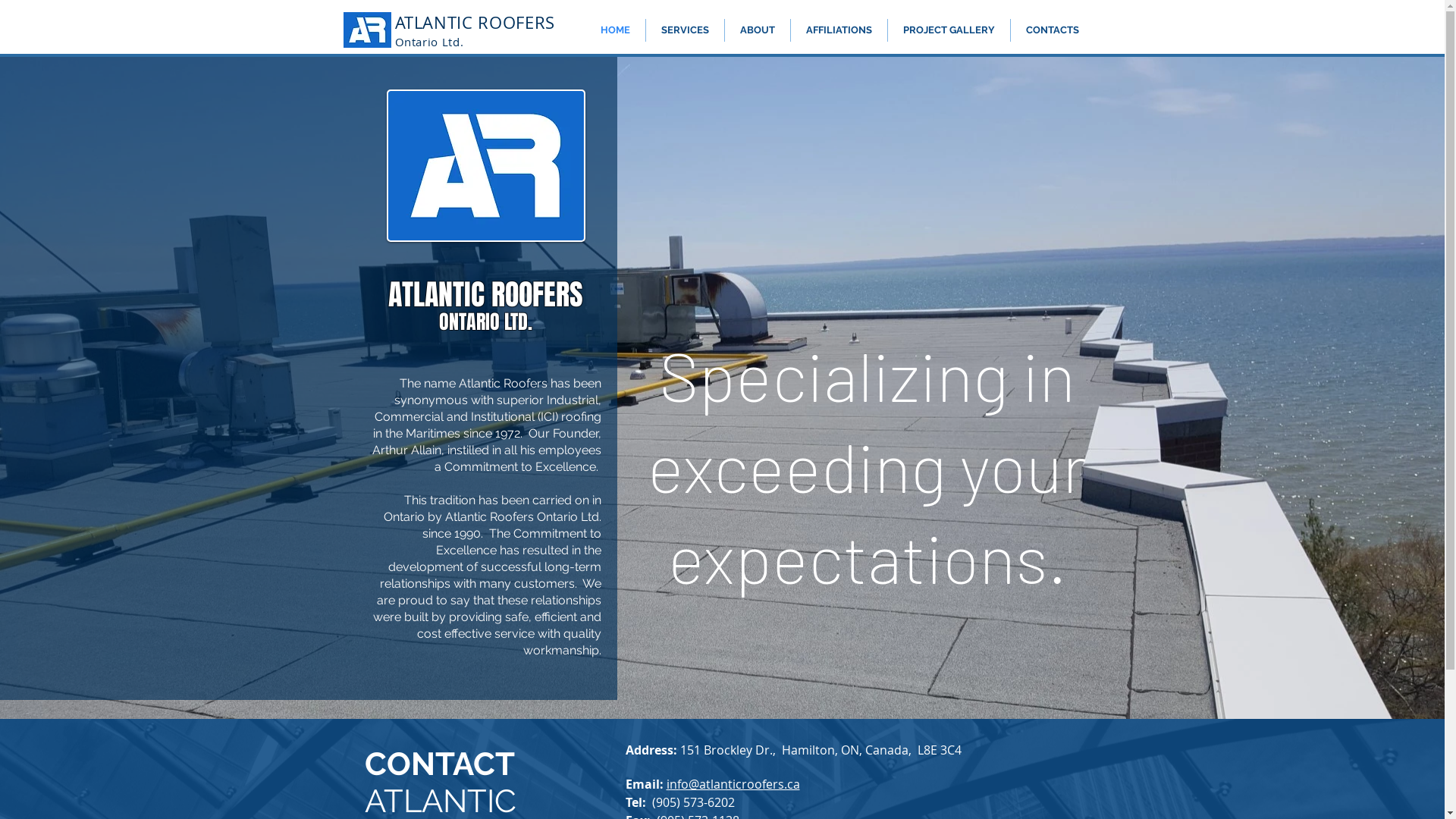 The height and width of the screenshot is (819, 1456). Describe the element at coordinates (837, 30) in the screenshot. I see `'AFFILIATIONS'` at that location.